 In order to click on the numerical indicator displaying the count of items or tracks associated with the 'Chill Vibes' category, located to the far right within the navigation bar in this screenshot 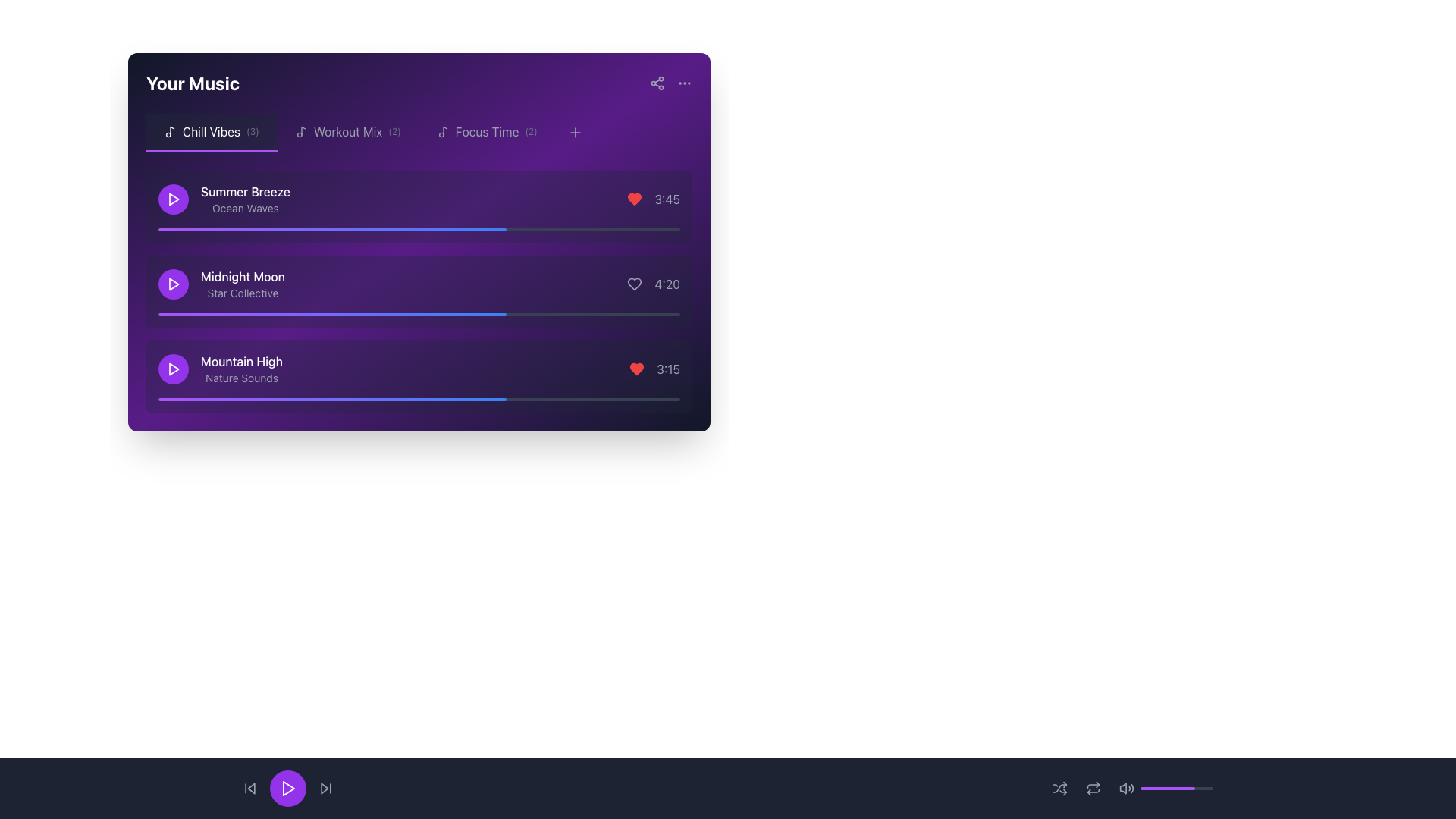, I will do `click(253, 130)`.